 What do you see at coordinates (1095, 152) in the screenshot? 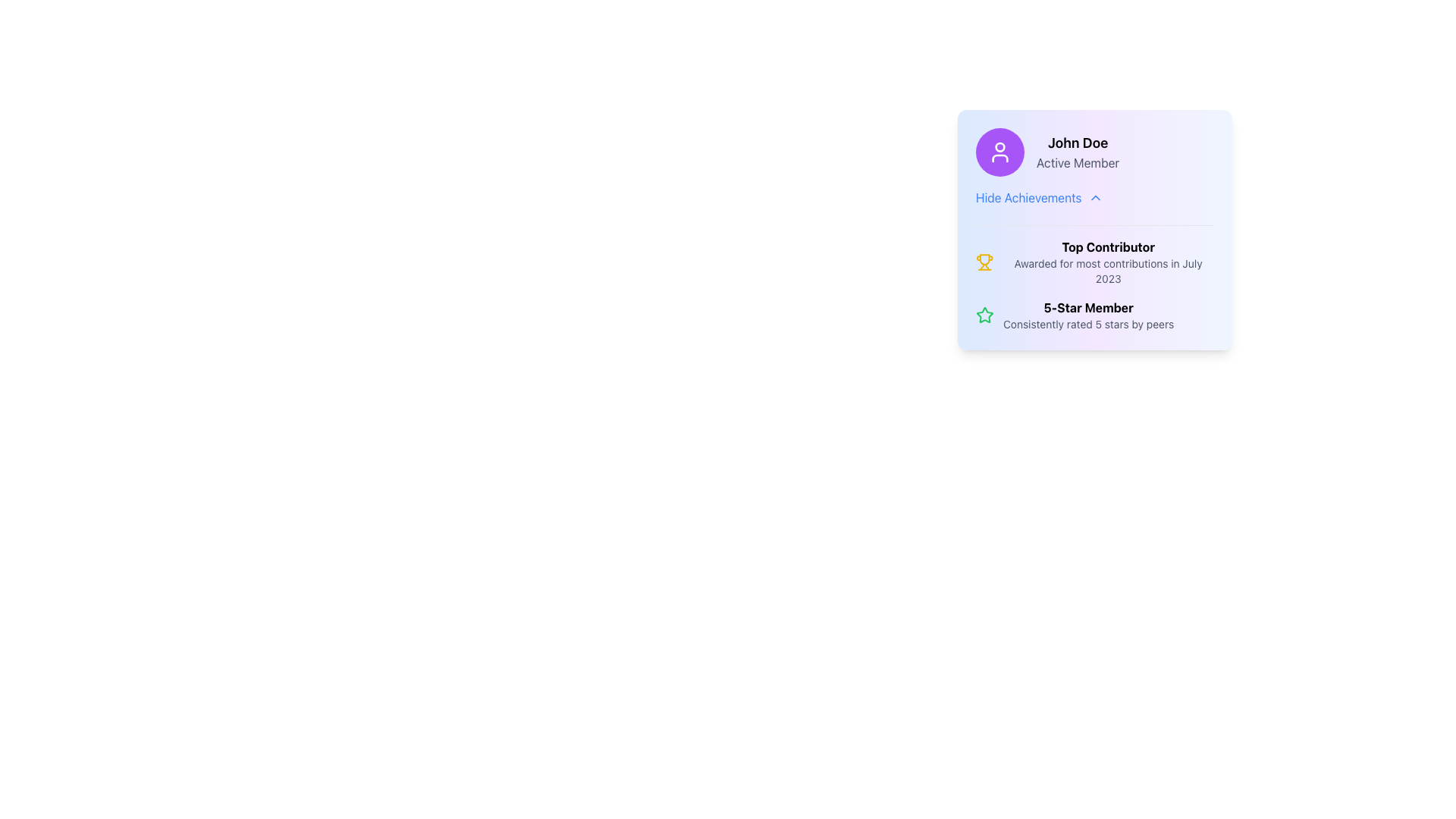
I see `displayed text from the User Profile Display element showing 'John Doe' and 'Active Member'` at bounding box center [1095, 152].